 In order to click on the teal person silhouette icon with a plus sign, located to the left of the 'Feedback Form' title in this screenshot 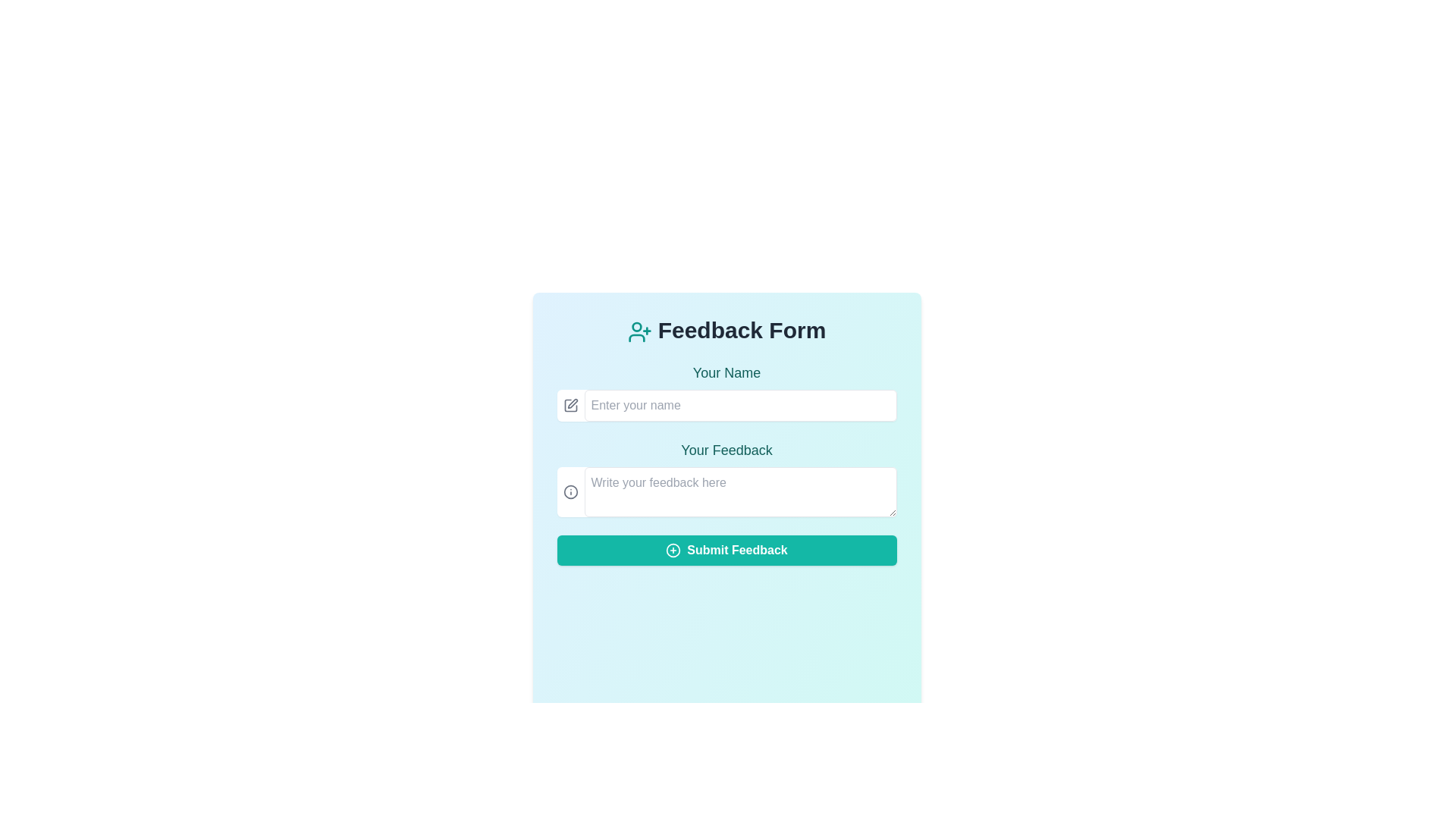, I will do `click(639, 331)`.